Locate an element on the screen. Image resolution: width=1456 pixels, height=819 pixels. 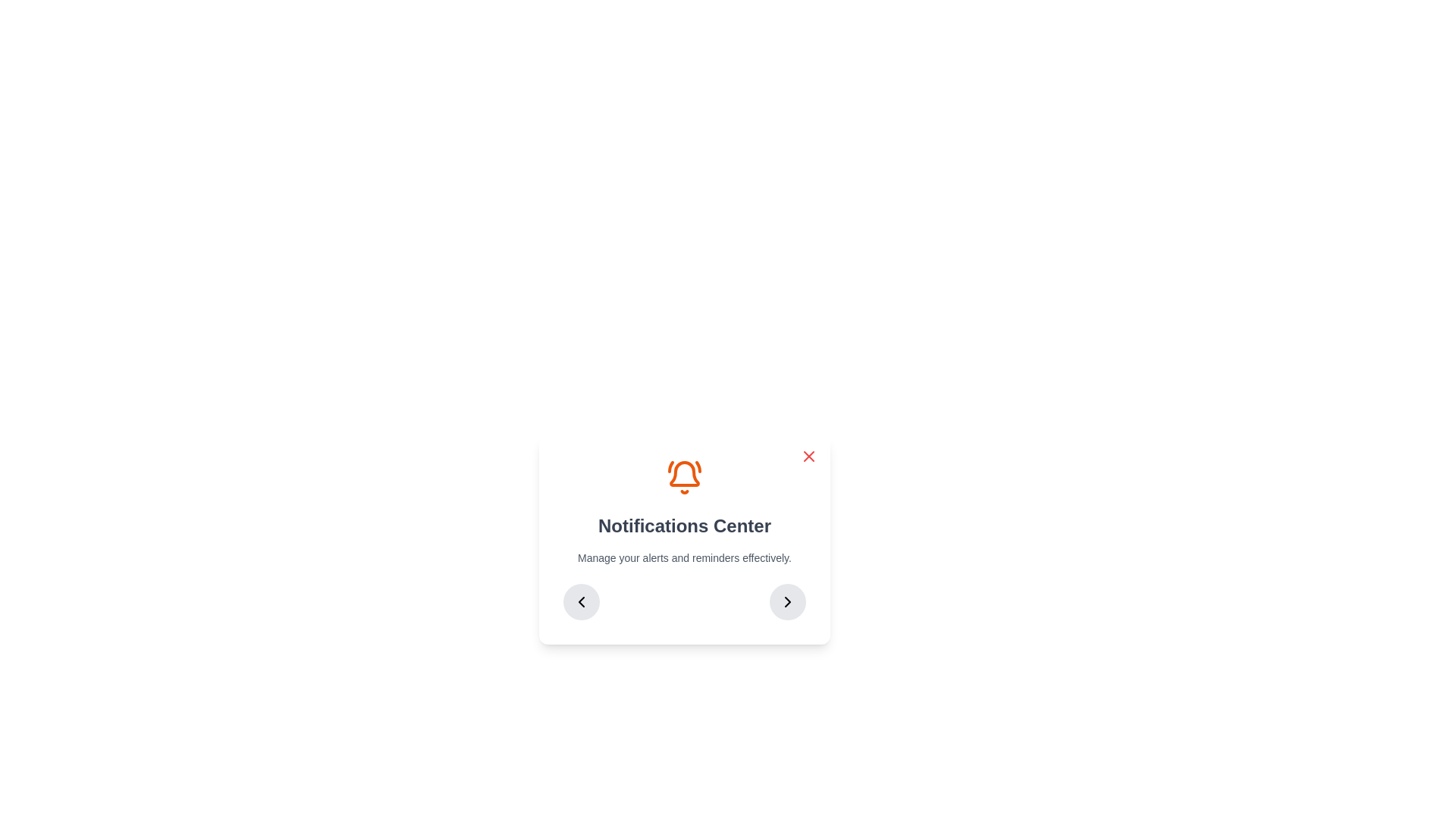
the circular button with a left-pointing chevron icon located at the bottom-left corner of the Notifications Center card to change its background color is located at coordinates (581, 601).